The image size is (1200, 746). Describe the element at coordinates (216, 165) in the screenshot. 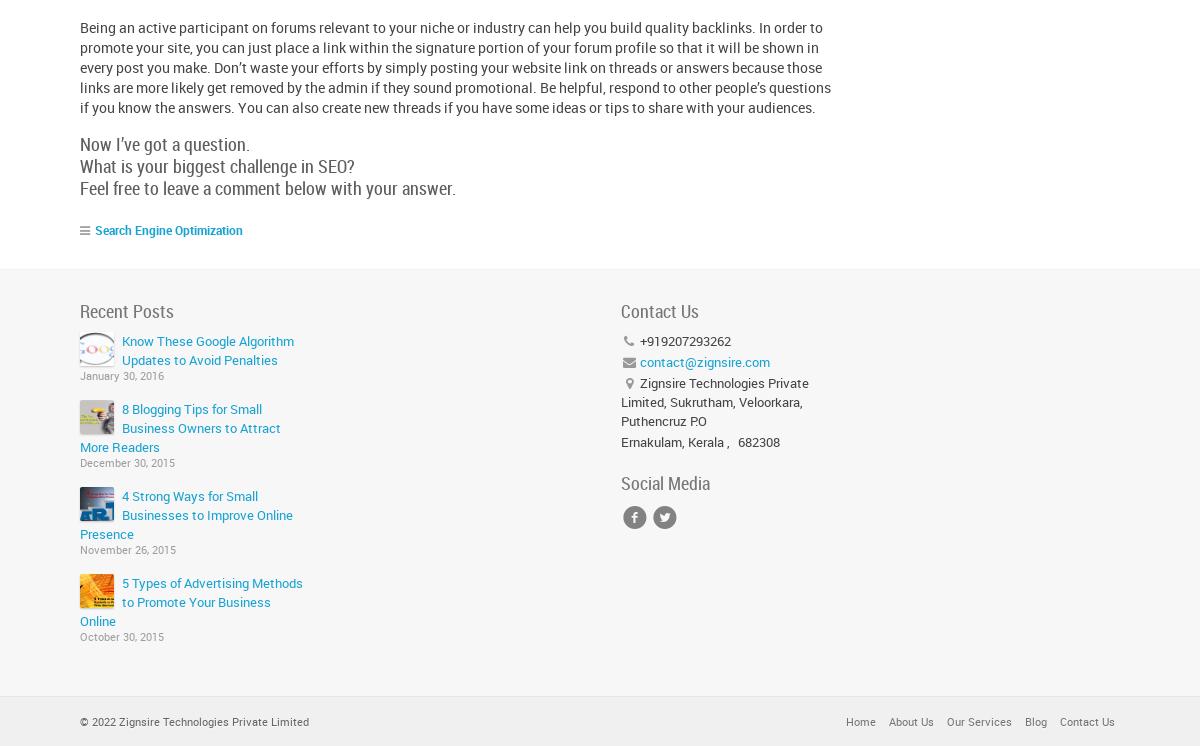

I see `'What is your biggest challenge in SEO?'` at that location.